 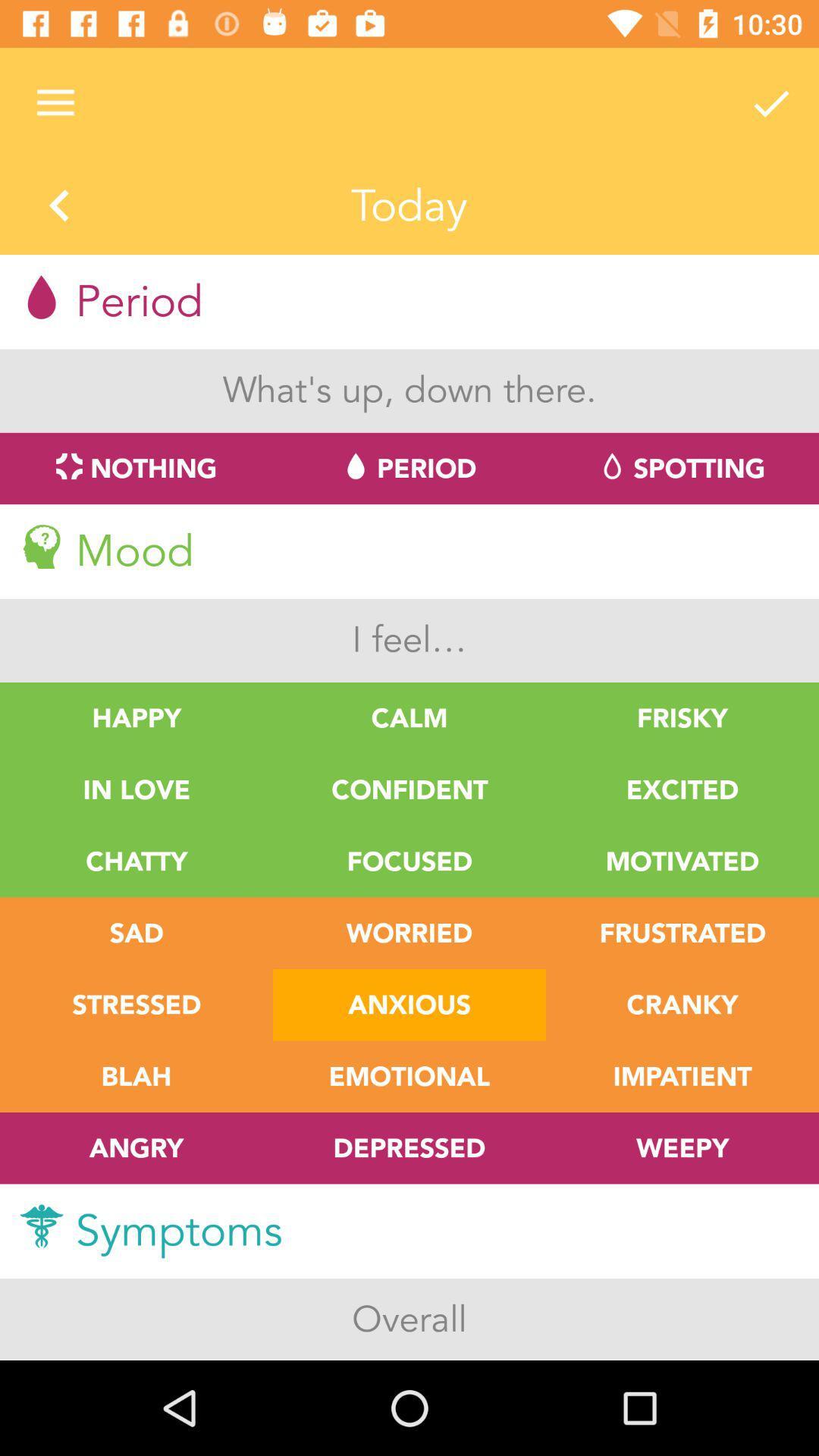 What do you see at coordinates (681, 1076) in the screenshot?
I see `the option impatient of the web page` at bounding box center [681, 1076].